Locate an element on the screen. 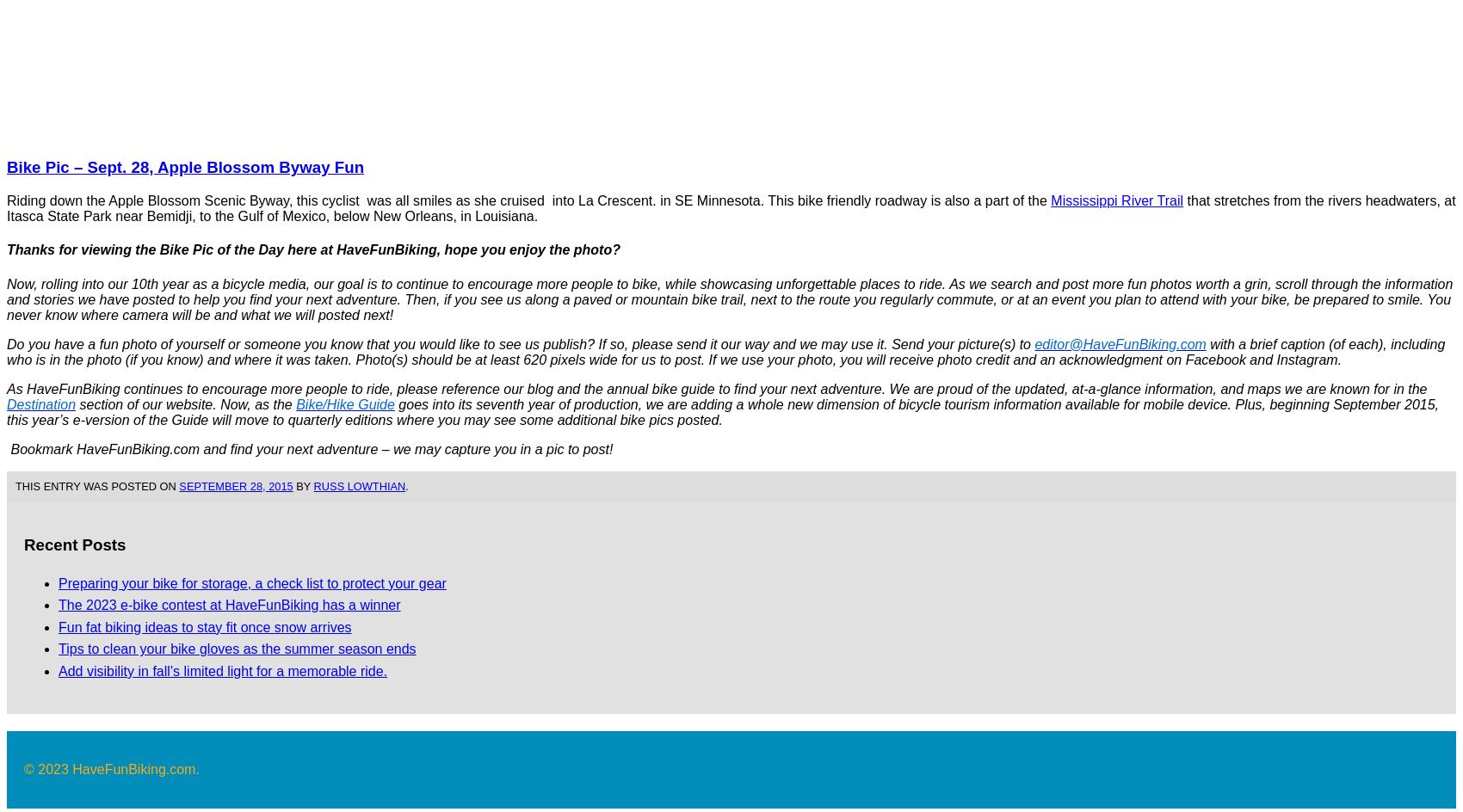 The height and width of the screenshot is (812, 1463). 'Recent Posts' is located at coordinates (75, 544).